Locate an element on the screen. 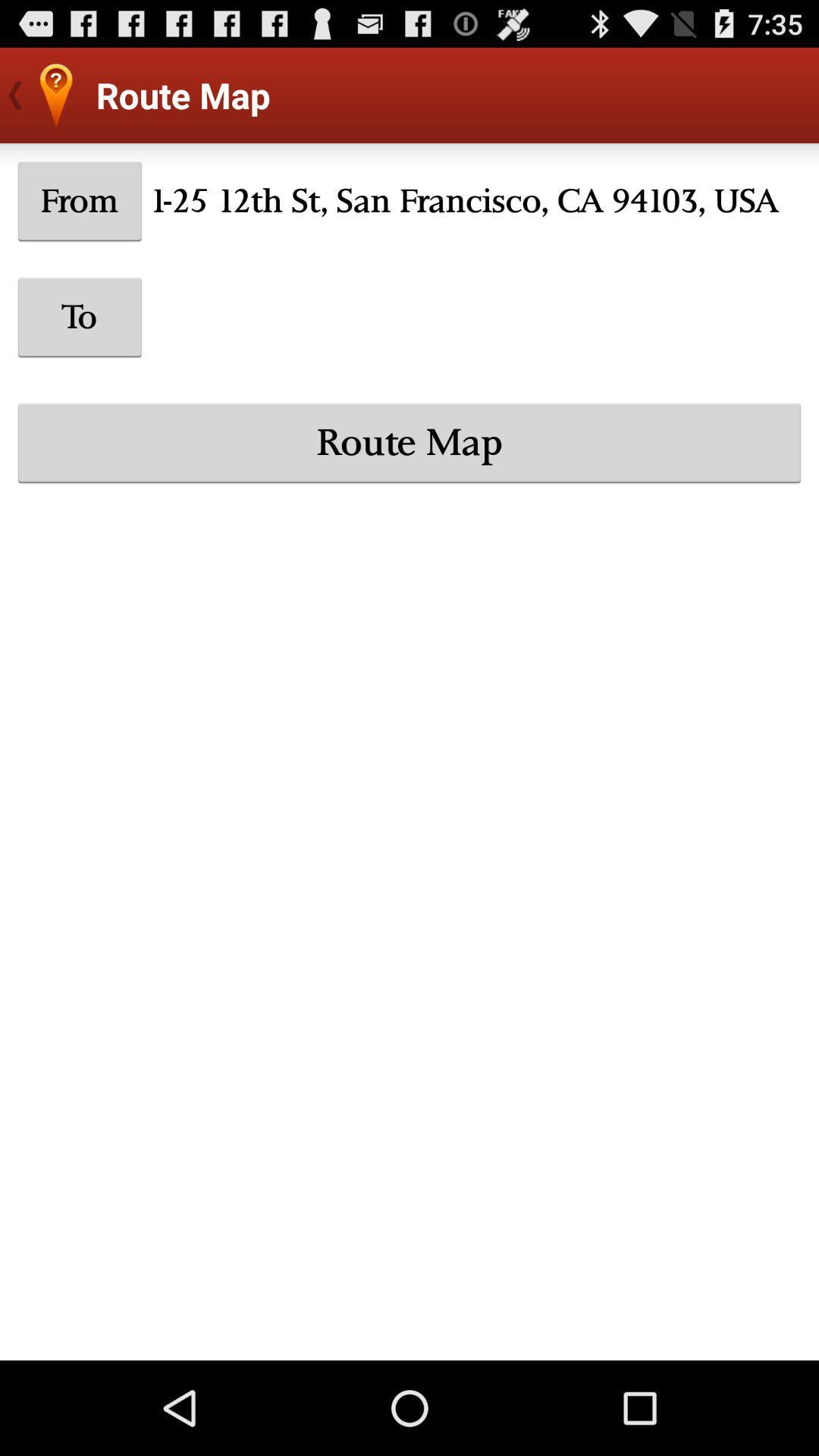 This screenshot has width=819, height=1456. icon above route map item is located at coordinates (80, 316).